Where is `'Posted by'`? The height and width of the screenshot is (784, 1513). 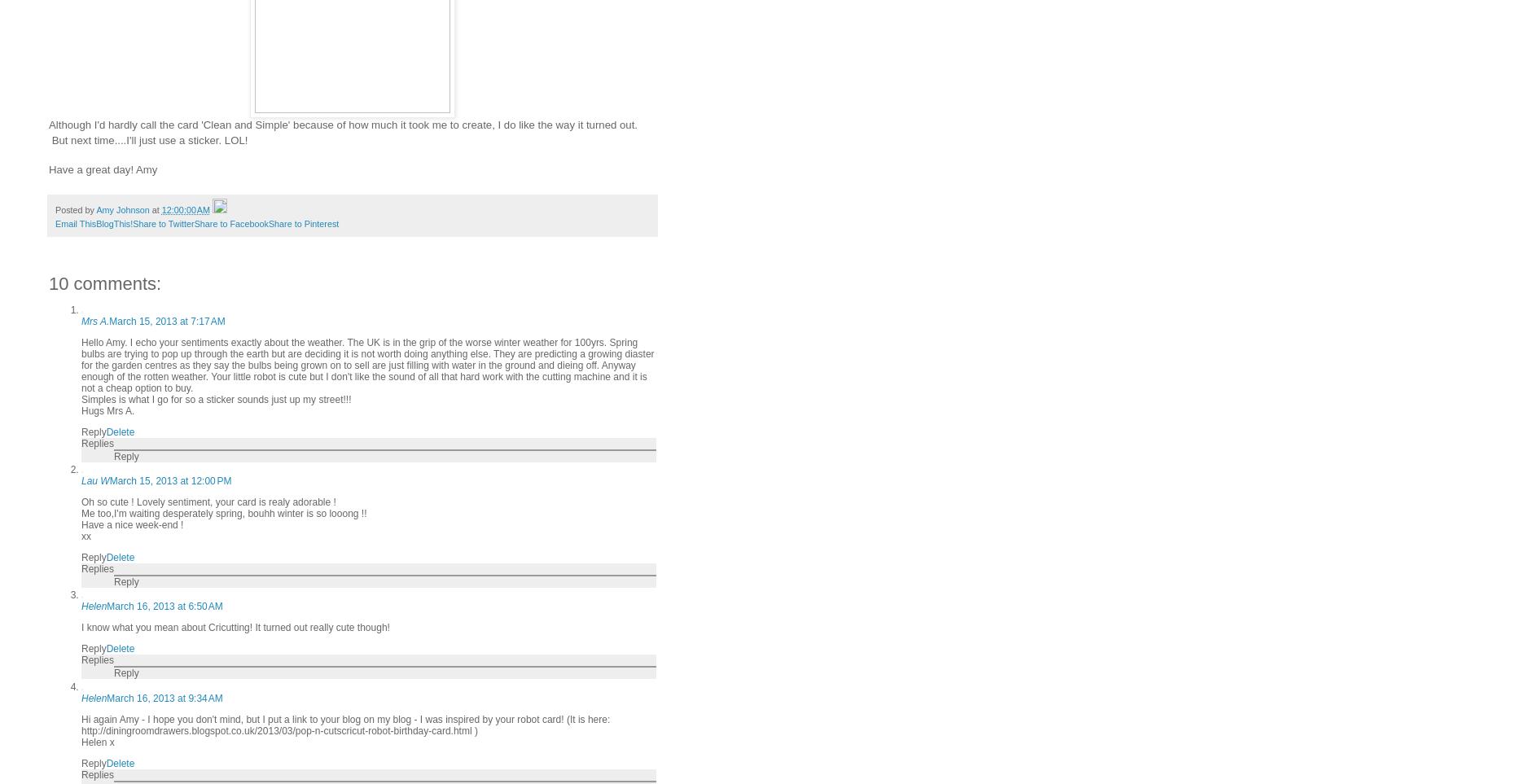
'Posted by' is located at coordinates (75, 209).